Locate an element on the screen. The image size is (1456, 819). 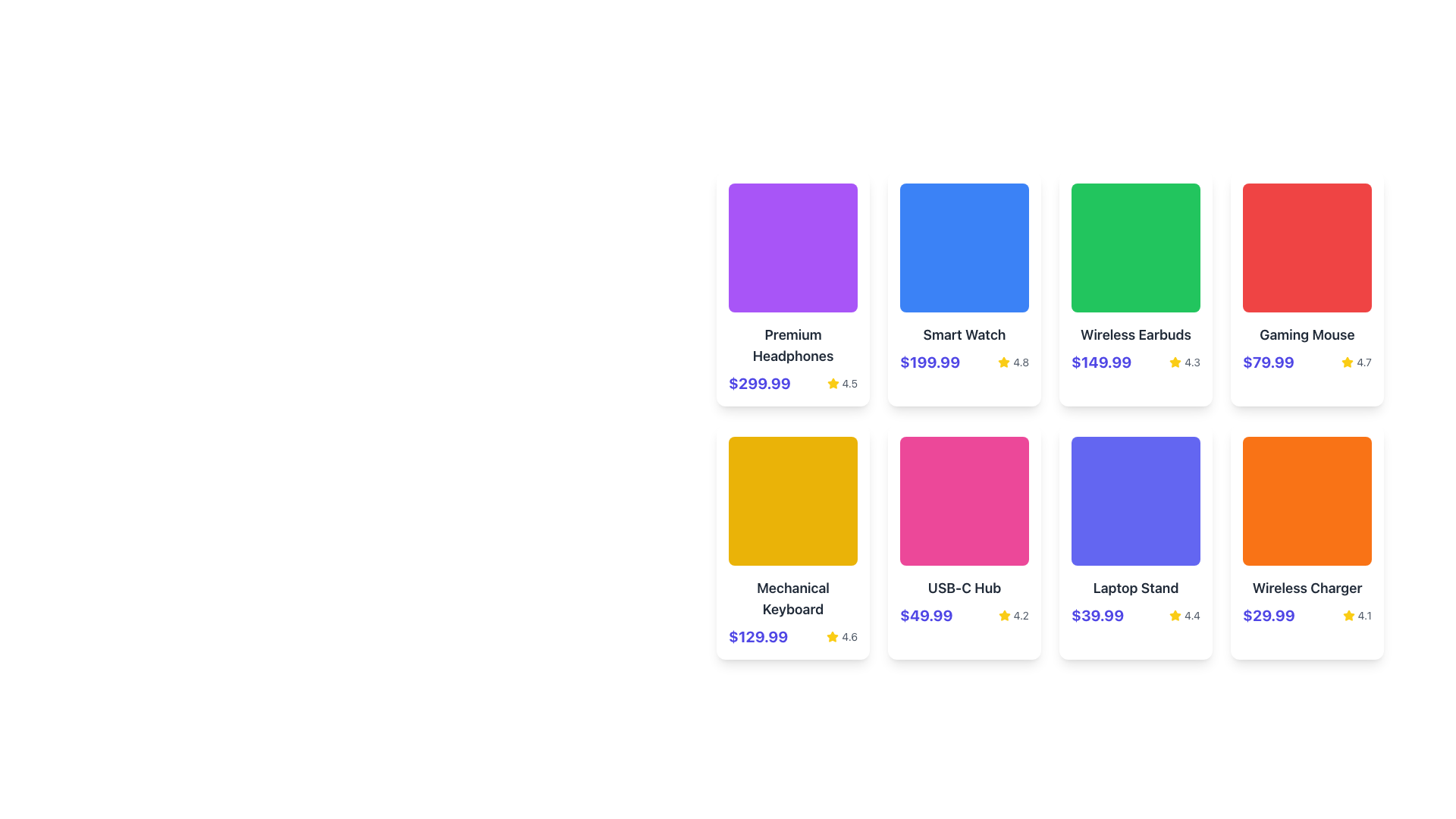
the Text label that displays the name of the product, located within the first product listing card in the grid layout, below the thumbnail and above the price and rating information is located at coordinates (792, 345).